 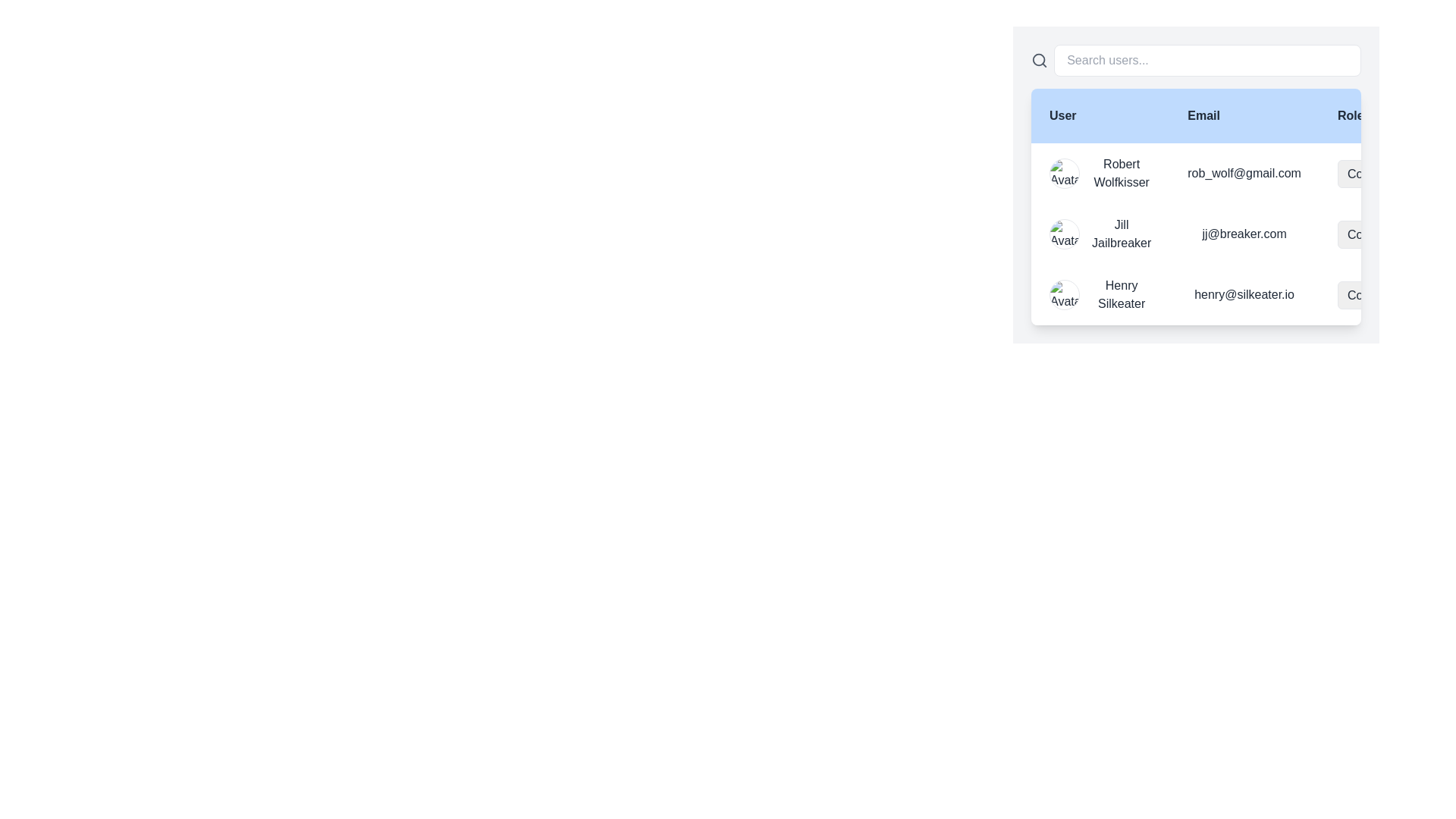 I want to click on the small circular avatar image with a border that contains an incomplete image icon and the text 'Avatar', located in the leftmost position of a horizontal group including the text label 'Henry Silkeater', so click(x=1063, y=295).